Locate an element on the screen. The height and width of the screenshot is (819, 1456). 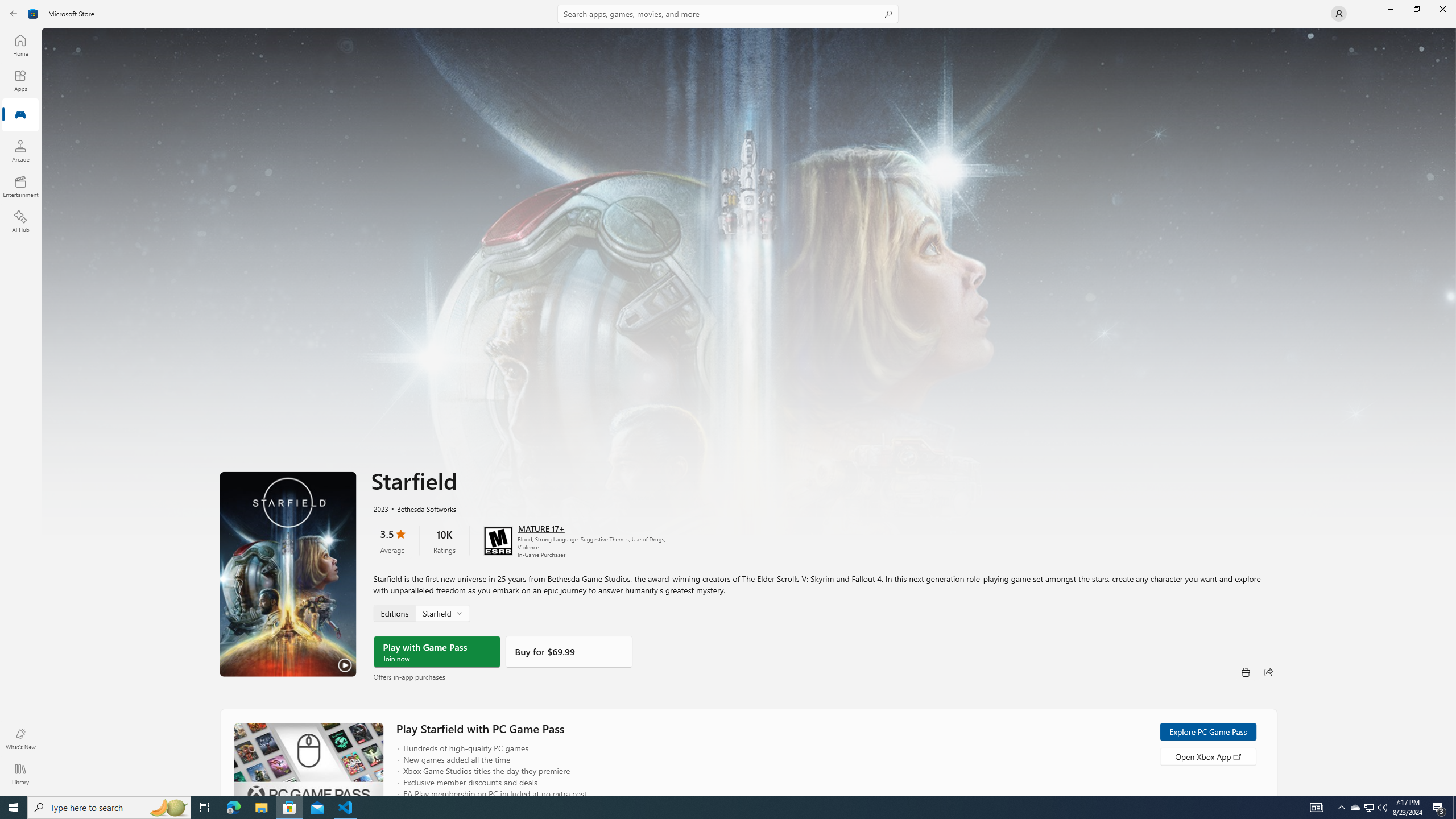
'Arcade' is located at coordinates (19, 150).